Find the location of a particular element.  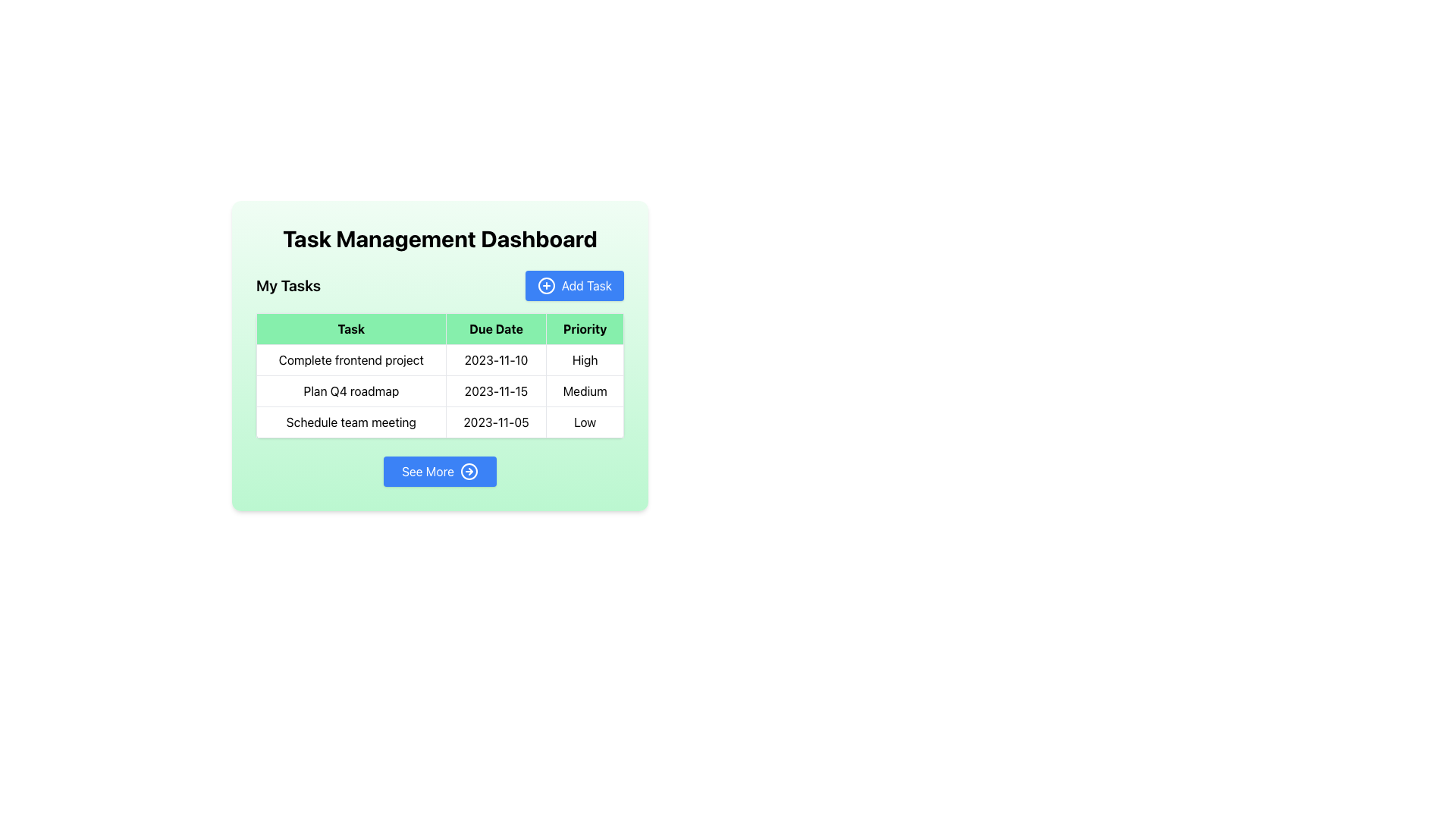

the text display showing '2023-11-15' in the 'Due Date' column of the task 'Plan Q4 roadmap' is located at coordinates (496, 391).